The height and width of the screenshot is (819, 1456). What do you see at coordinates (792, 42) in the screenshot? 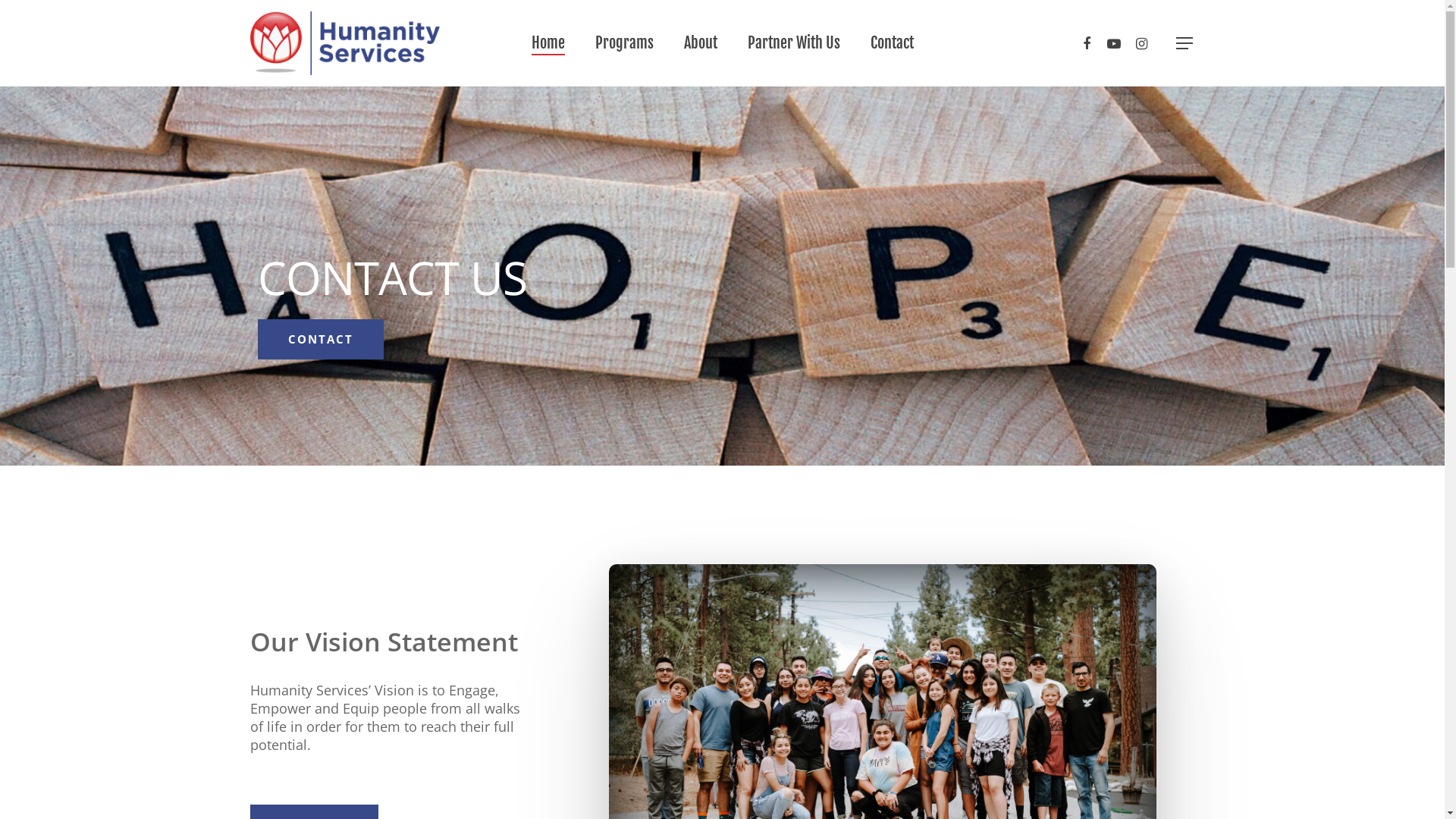
I see `'Partner With Us'` at bounding box center [792, 42].